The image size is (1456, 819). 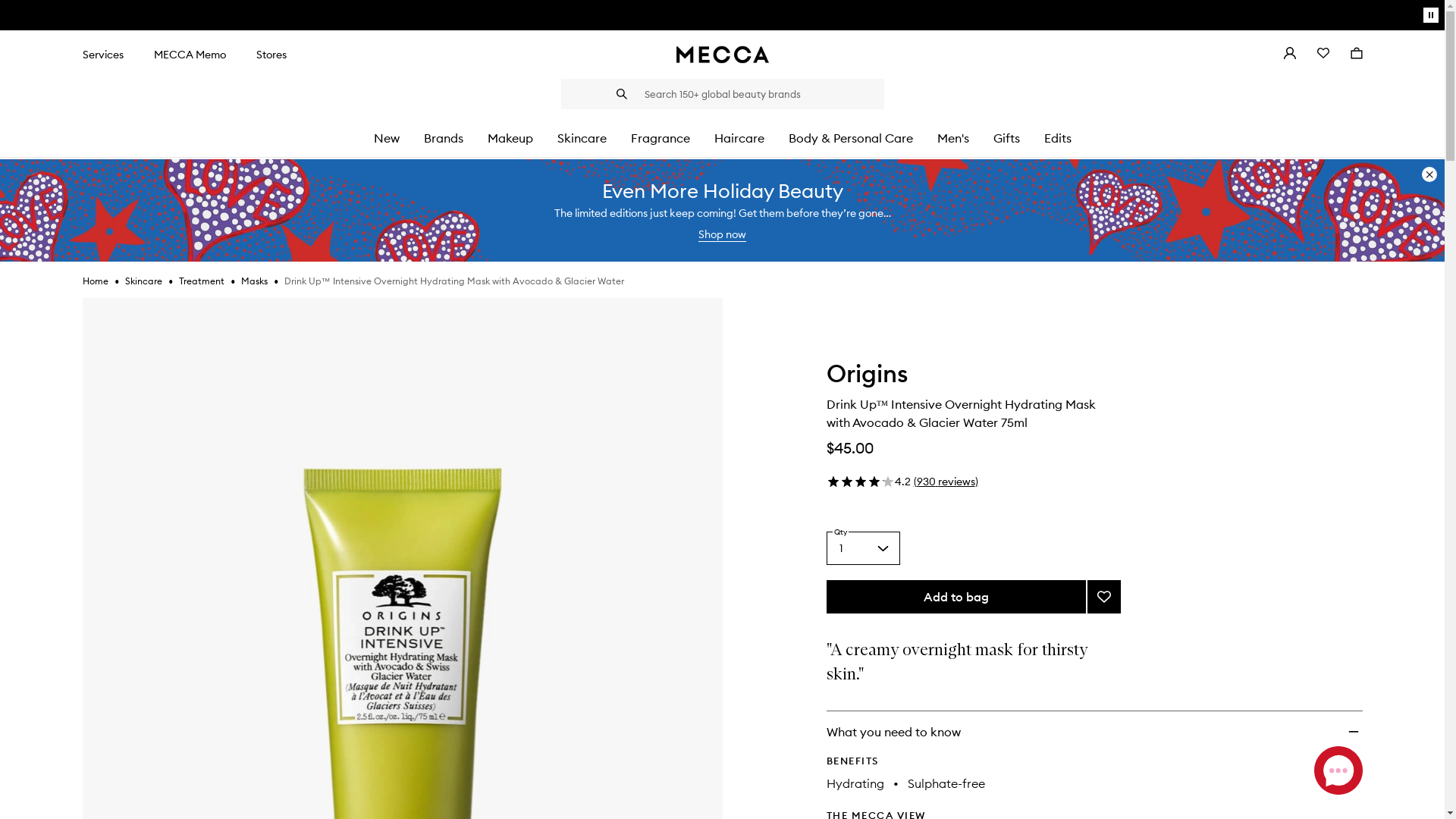 I want to click on 'Men's', so click(x=952, y=138).